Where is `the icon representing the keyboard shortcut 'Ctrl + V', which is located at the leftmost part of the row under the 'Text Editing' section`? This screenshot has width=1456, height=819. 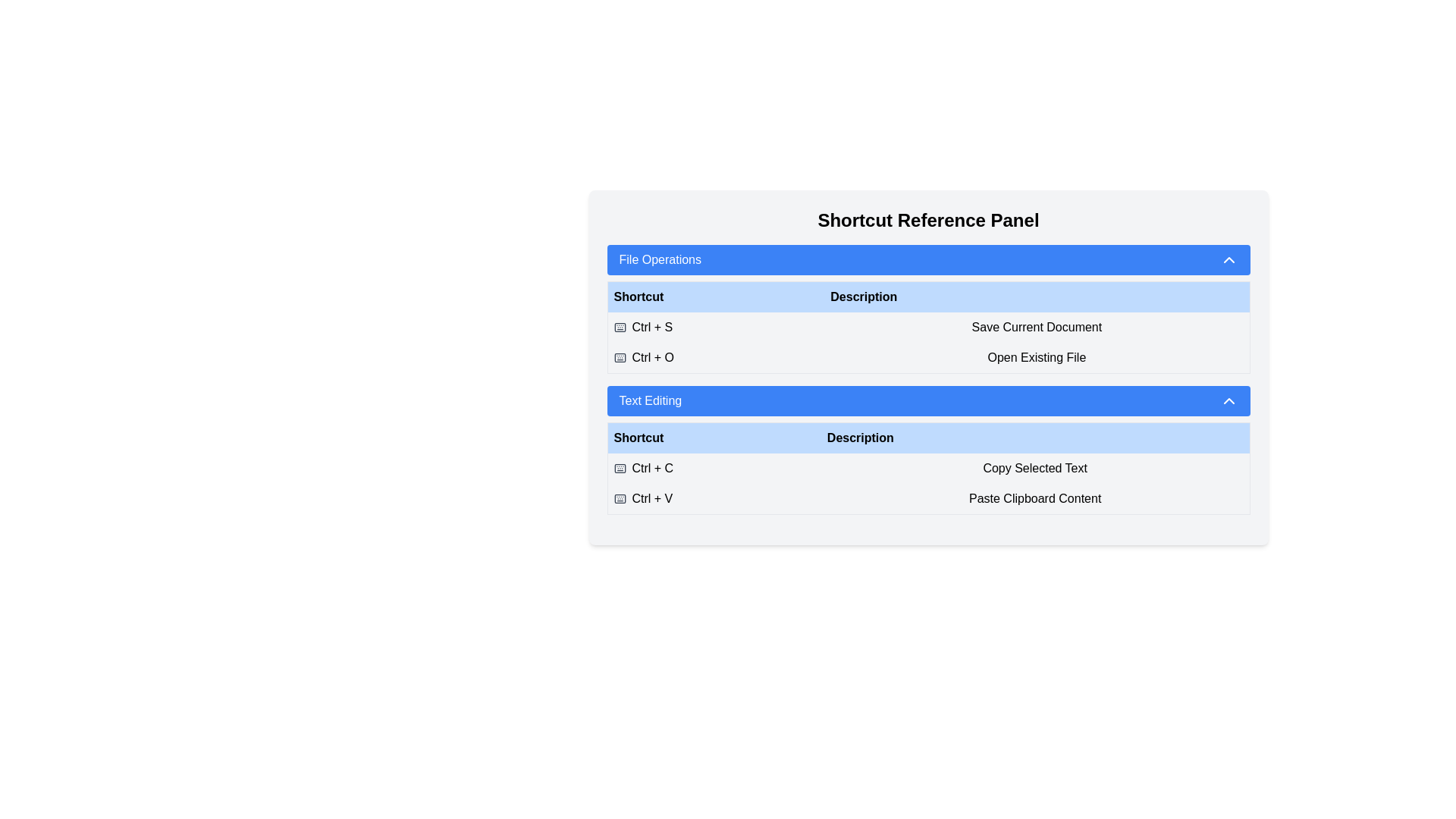 the icon representing the keyboard shortcut 'Ctrl + V', which is located at the leftmost part of the row under the 'Text Editing' section is located at coordinates (620, 499).